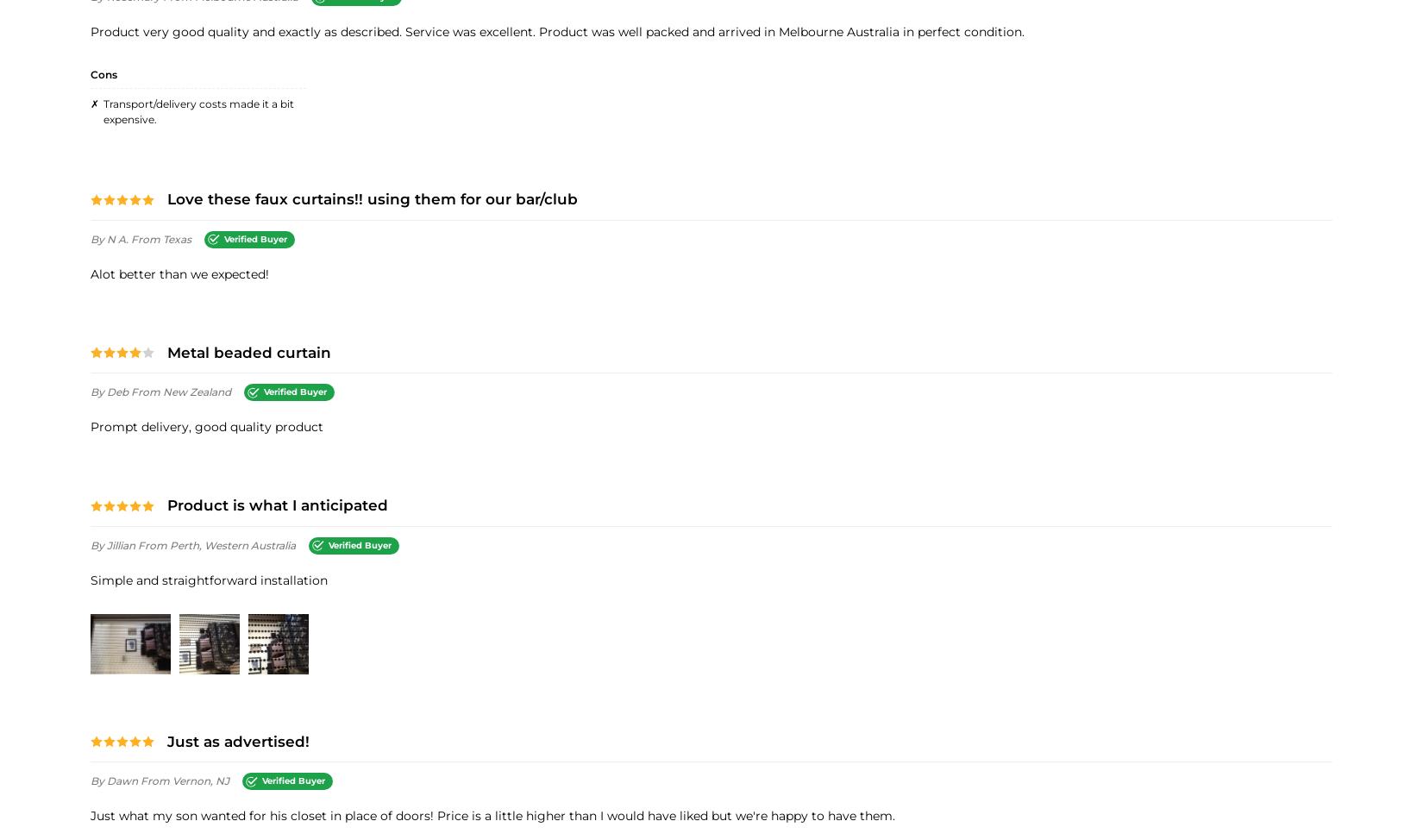 The height and width of the screenshot is (840, 1423). What do you see at coordinates (110, 237) in the screenshot?
I see `'By n a.'` at bounding box center [110, 237].